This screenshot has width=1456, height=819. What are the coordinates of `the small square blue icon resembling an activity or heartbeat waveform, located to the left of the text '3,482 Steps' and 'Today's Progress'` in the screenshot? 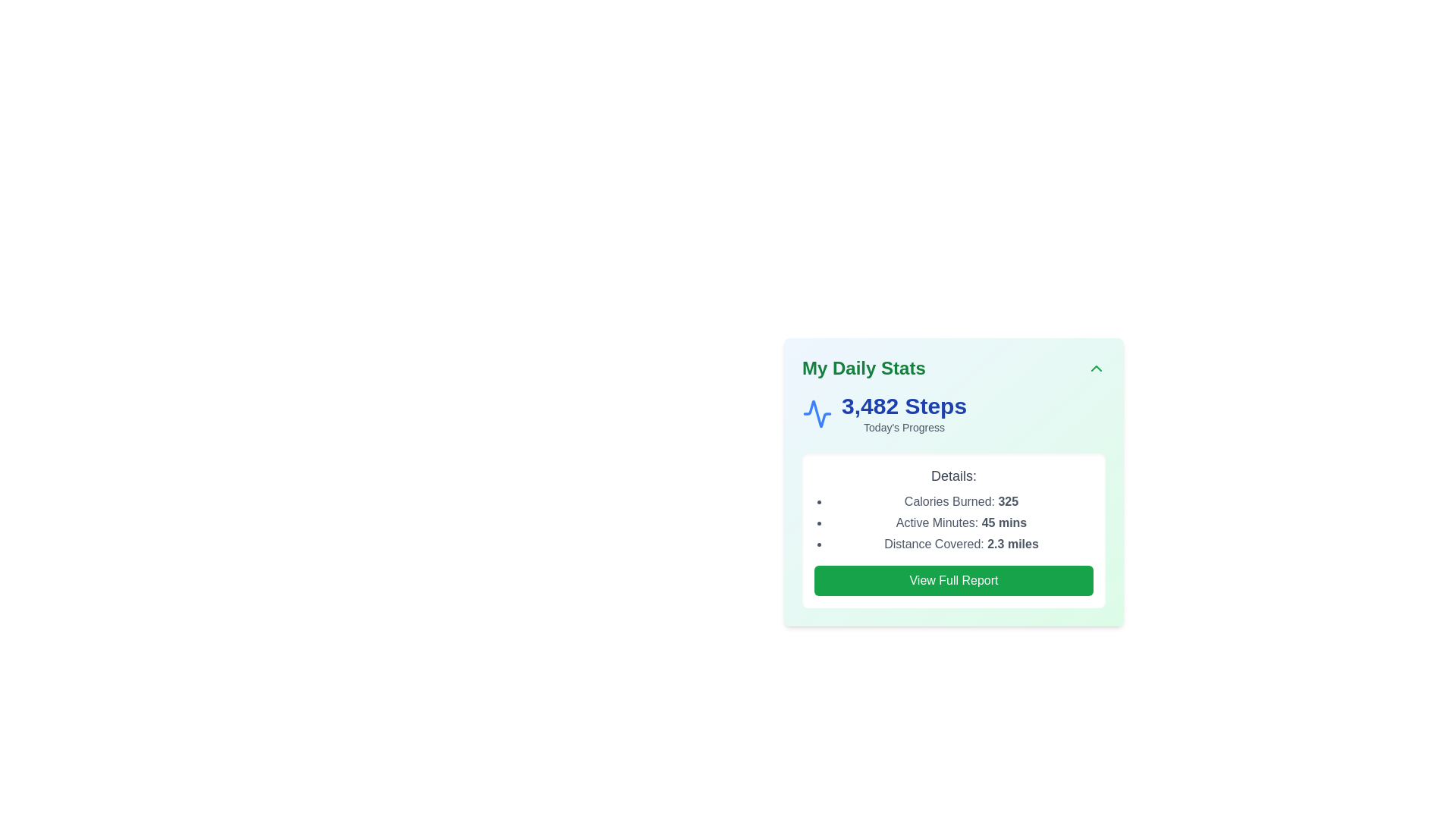 It's located at (817, 414).